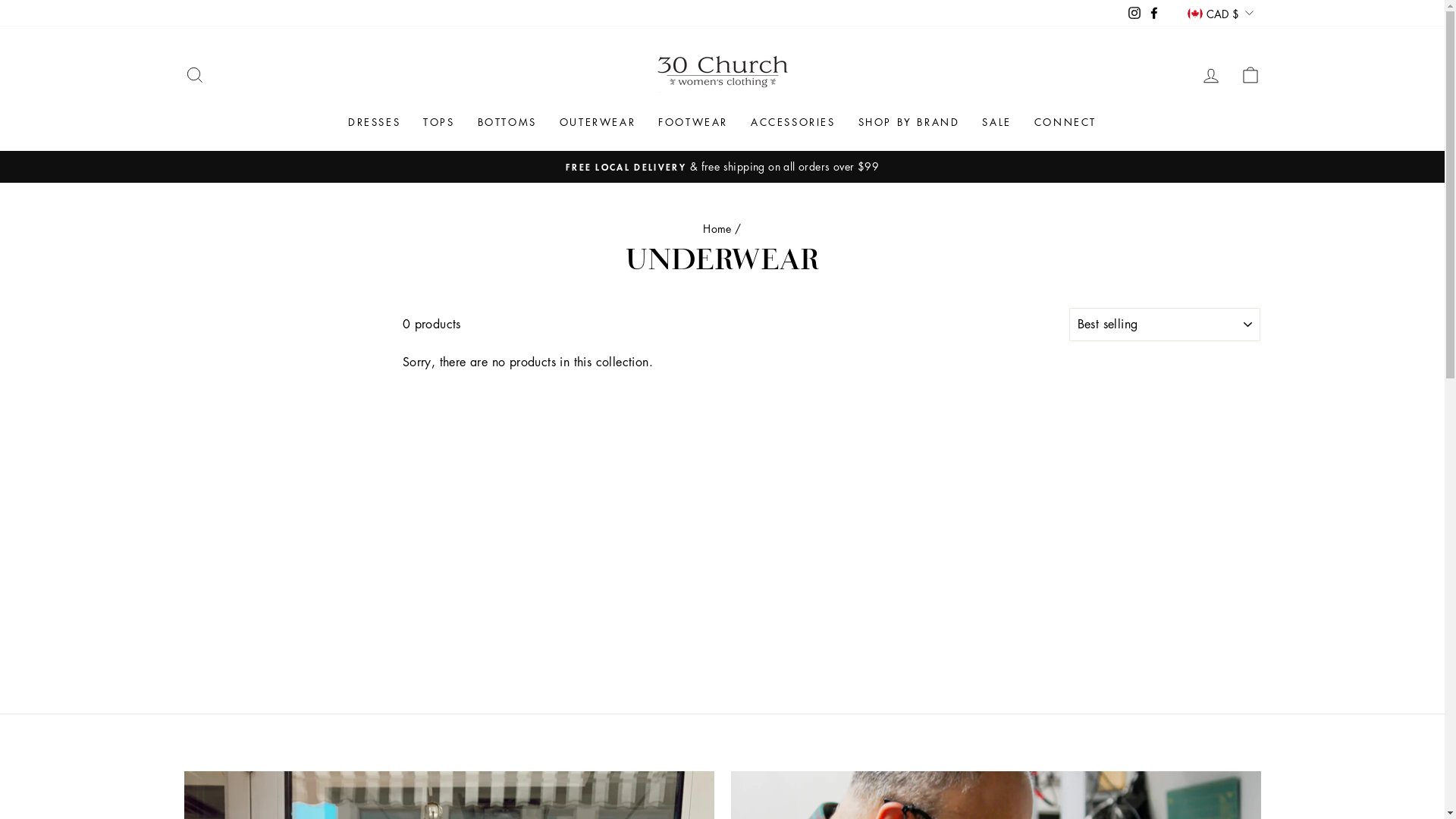 This screenshot has height=819, width=1456. I want to click on 'LOG IN', so click(1189, 75).